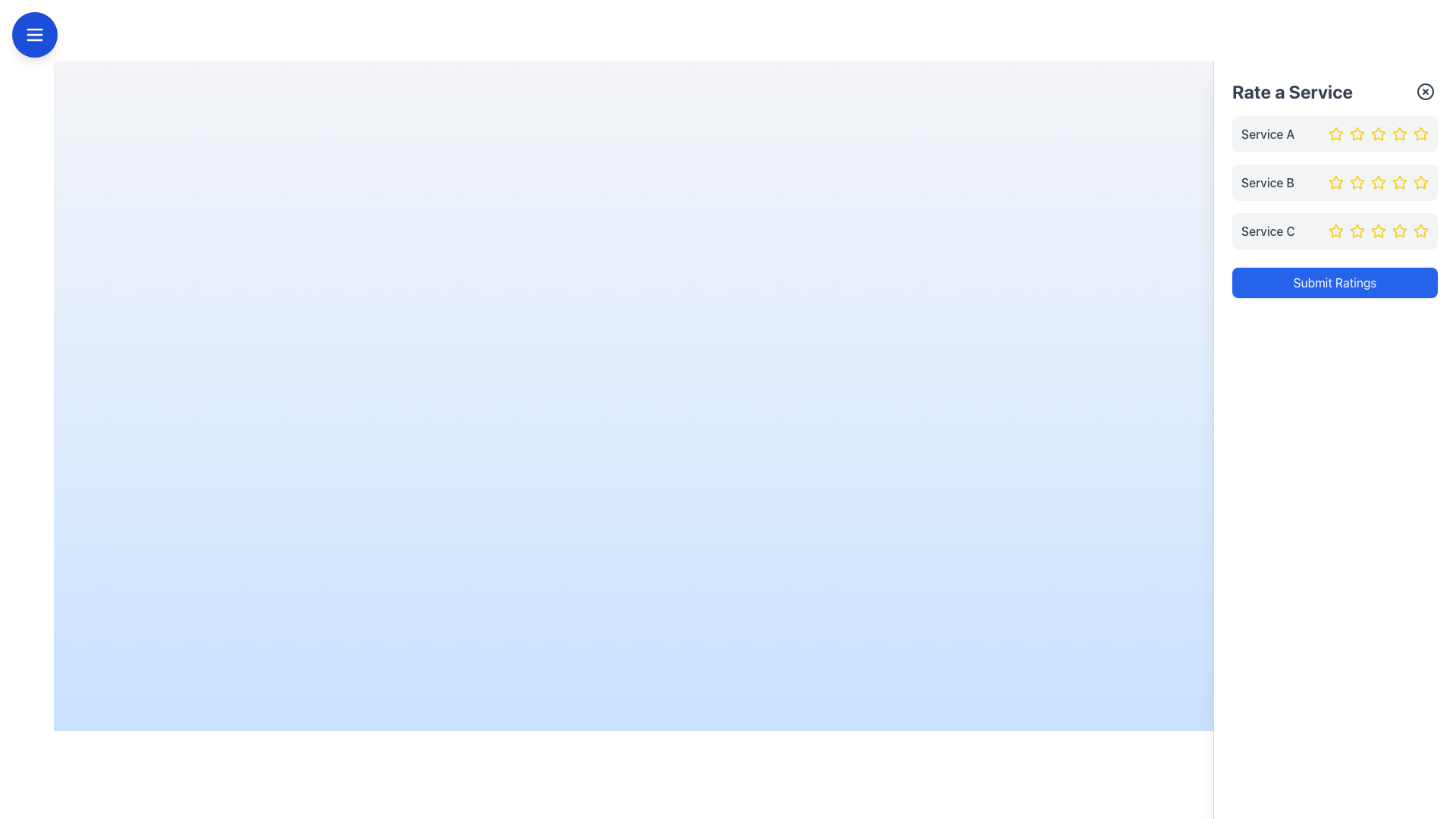  Describe the element at coordinates (1379, 231) in the screenshot. I see `the fourth star icon to rate 'Service C' in the 'Rate a Service' section` at that location.